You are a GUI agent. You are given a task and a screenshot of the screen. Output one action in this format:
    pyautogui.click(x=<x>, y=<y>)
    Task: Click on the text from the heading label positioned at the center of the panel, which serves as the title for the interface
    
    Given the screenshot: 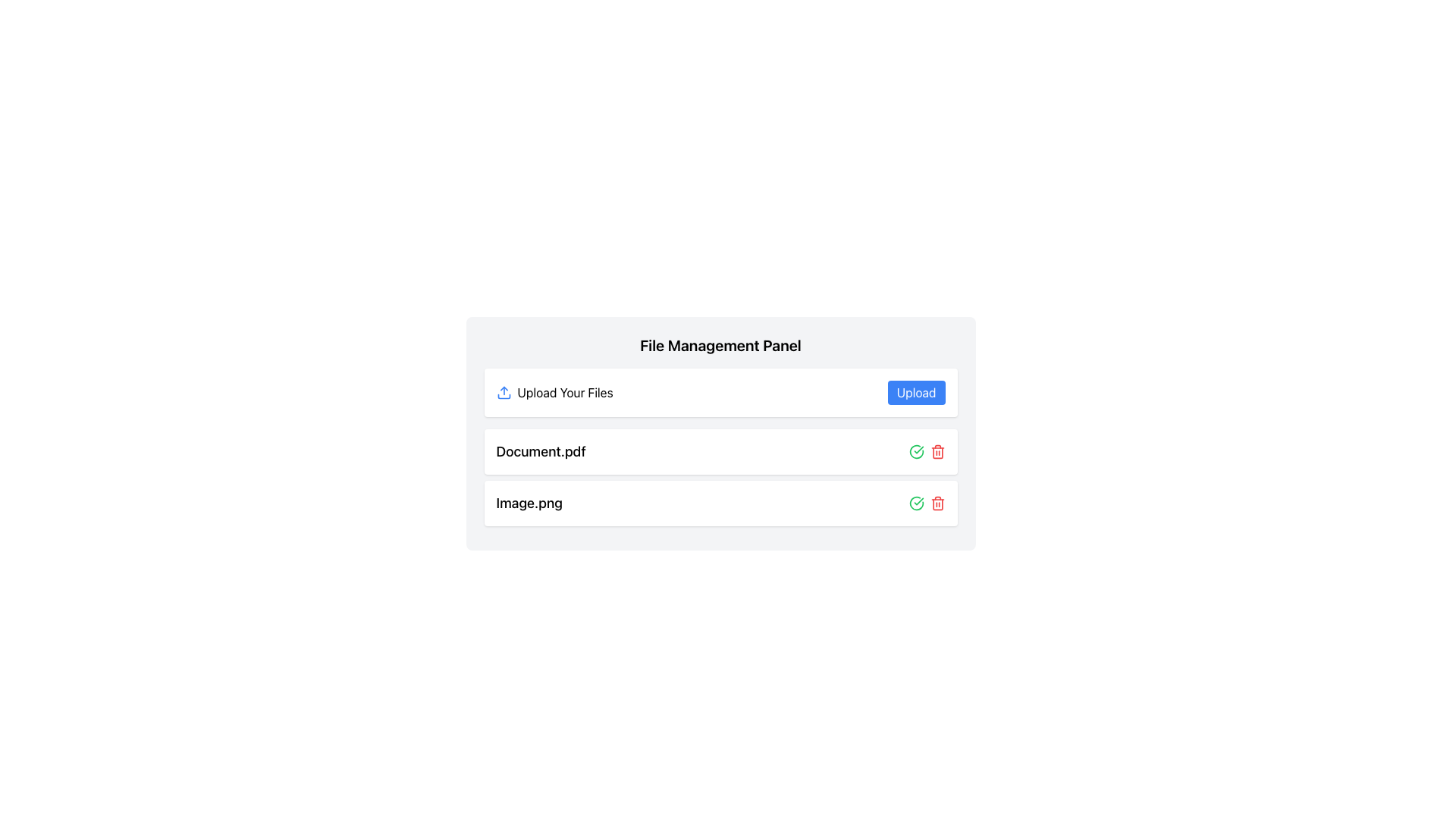 What is the action you would take?
    pyautogui.click(x=720, y=345)
    